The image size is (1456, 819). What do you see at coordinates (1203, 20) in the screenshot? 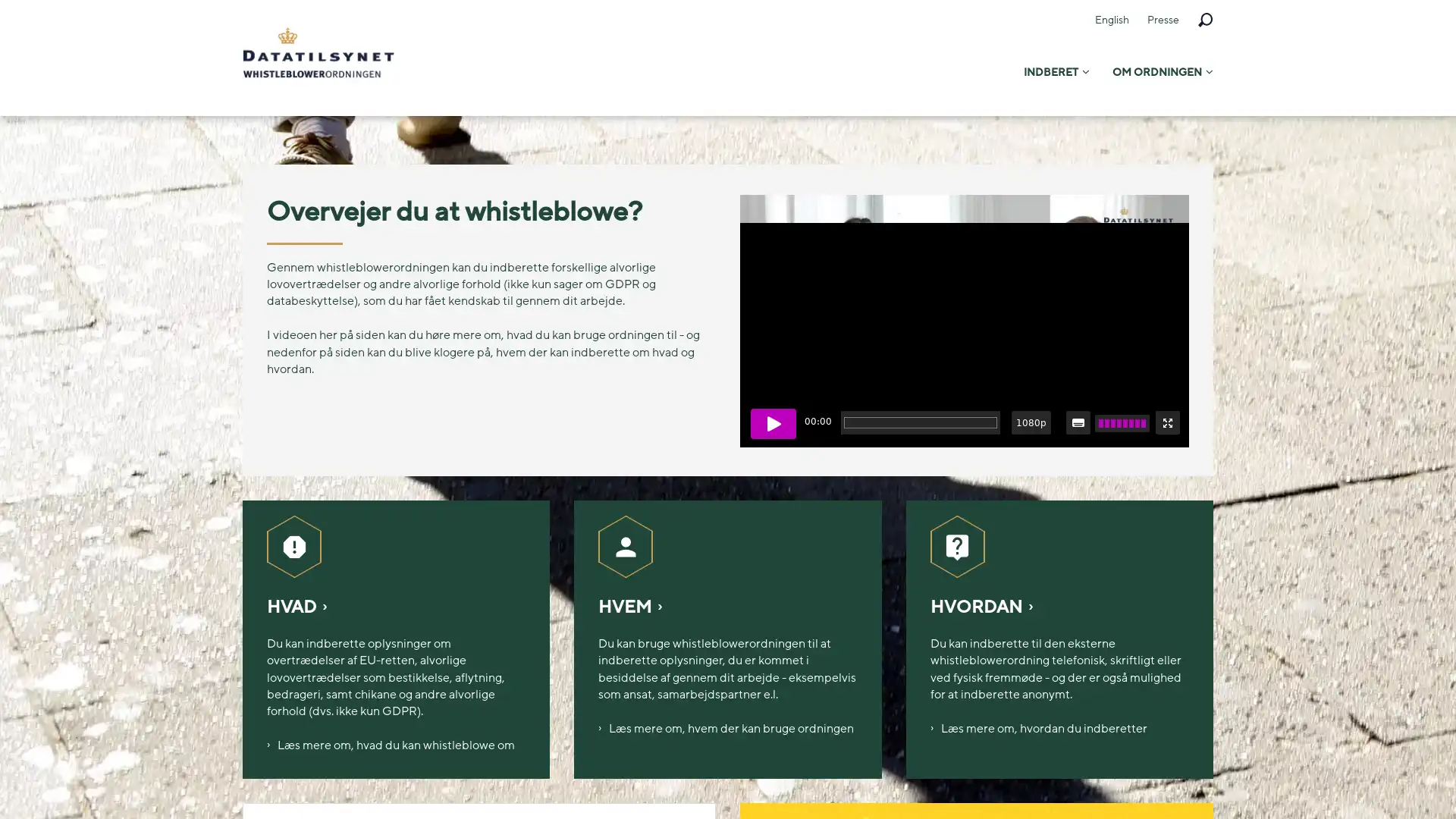
I see `Fold sgefelt ud` at bounding box center [1203, 20].